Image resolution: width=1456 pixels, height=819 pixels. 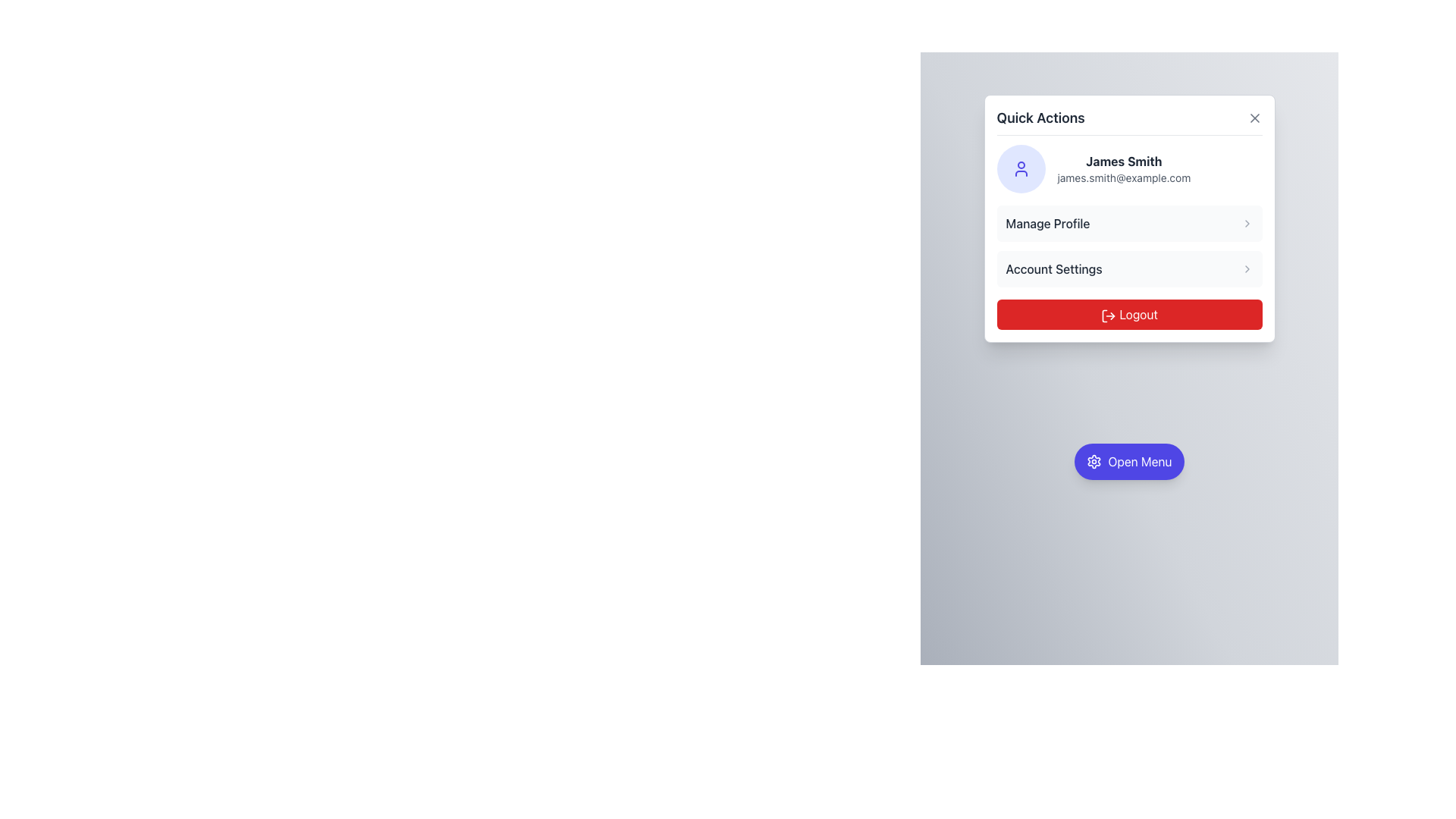 What do you see at coordinates (1109, 315) in the screenshot?
I see `the logout icon, which is positioned to the left of the red rectangular button labeled 'Logout'` at bounding box center [1109, 315].